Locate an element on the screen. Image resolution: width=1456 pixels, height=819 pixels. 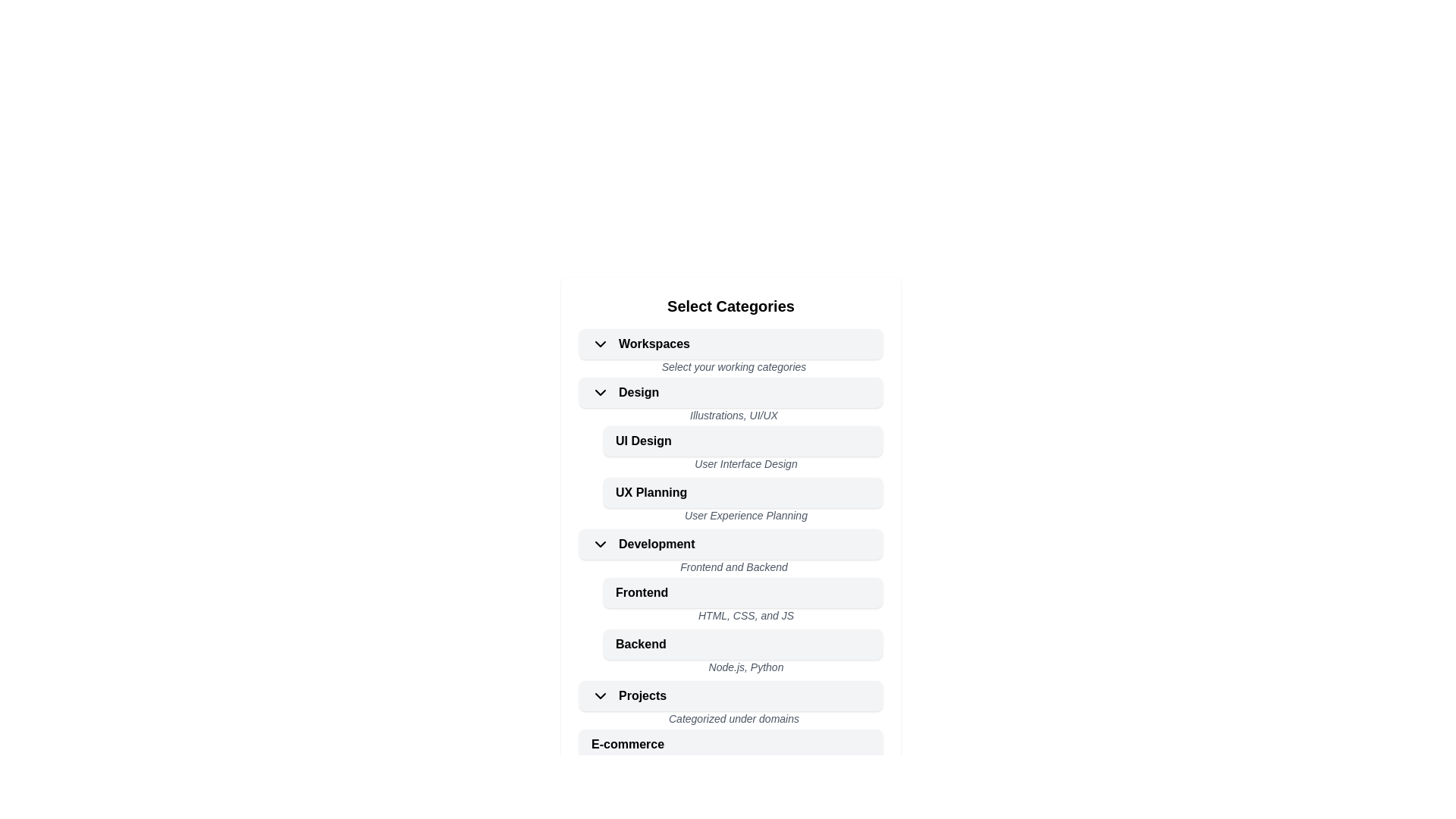
the 'Backend' text label within the interactive card in the 'Development' section is located at coordinates (641, 644).